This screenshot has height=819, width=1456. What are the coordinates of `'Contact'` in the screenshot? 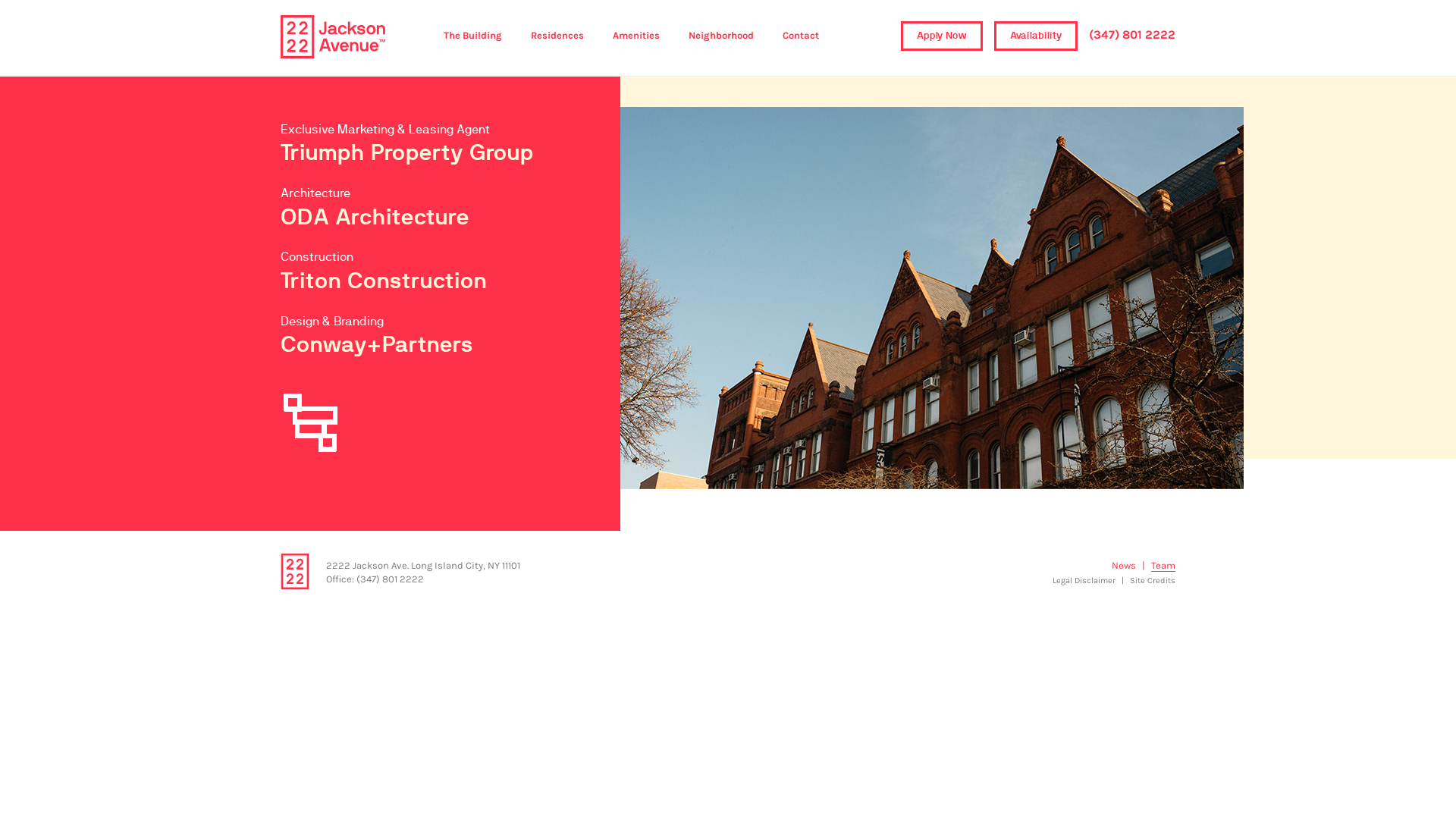 It's located at (800, 34).